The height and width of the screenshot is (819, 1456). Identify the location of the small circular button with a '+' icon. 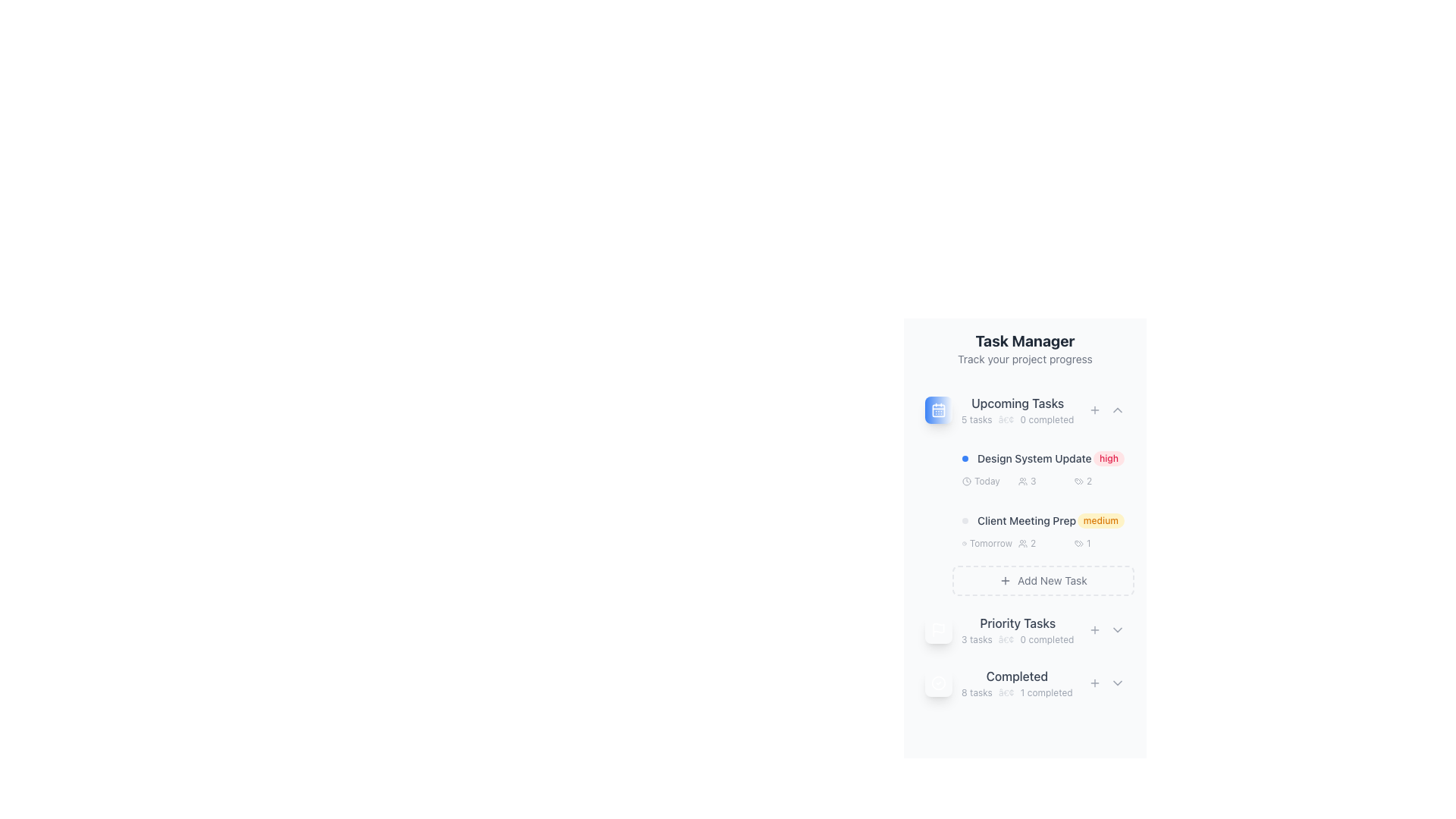
(1095, 409).